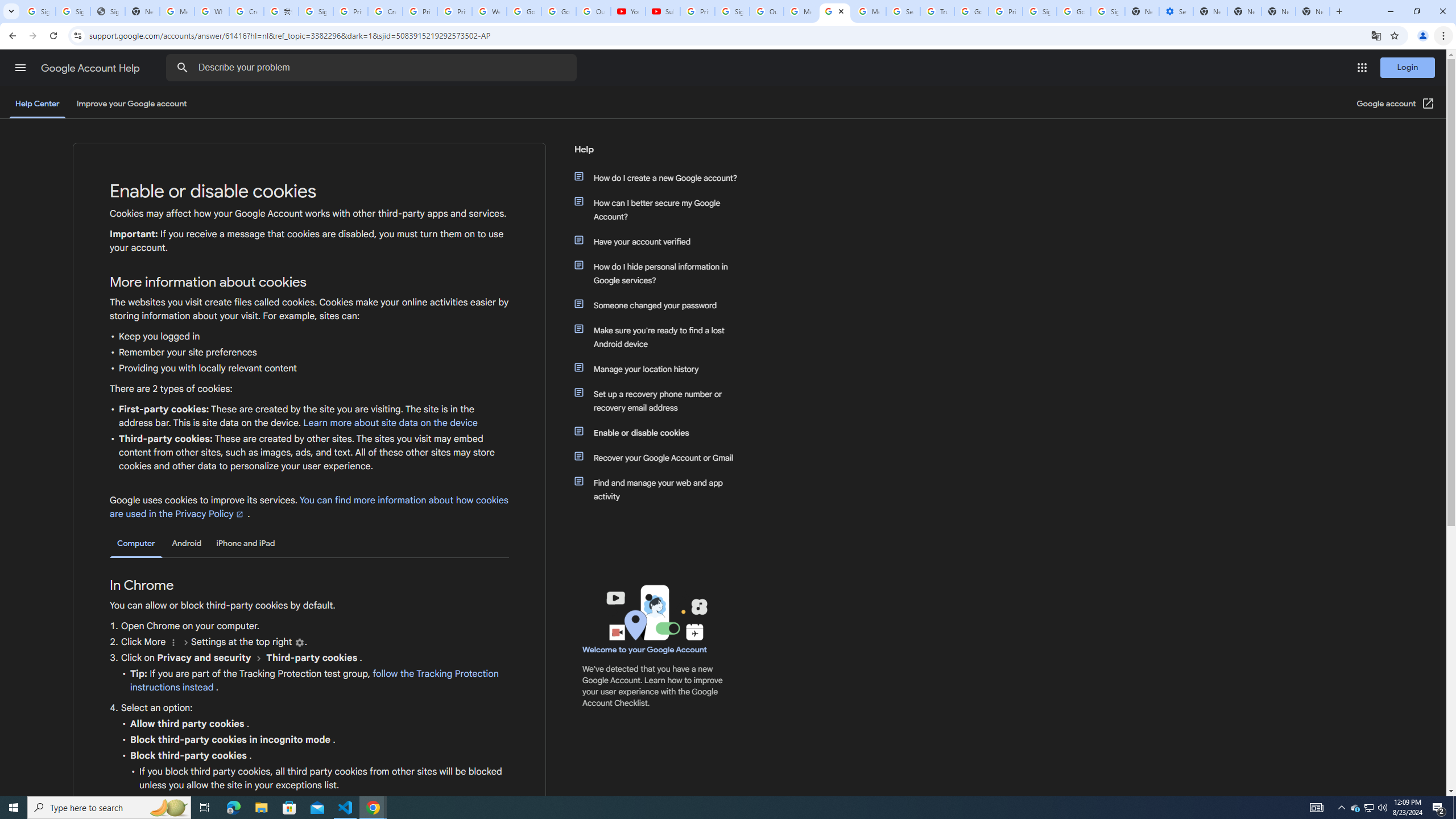  I want to click on 'Google Ads - Sign in', so click(971, 11).